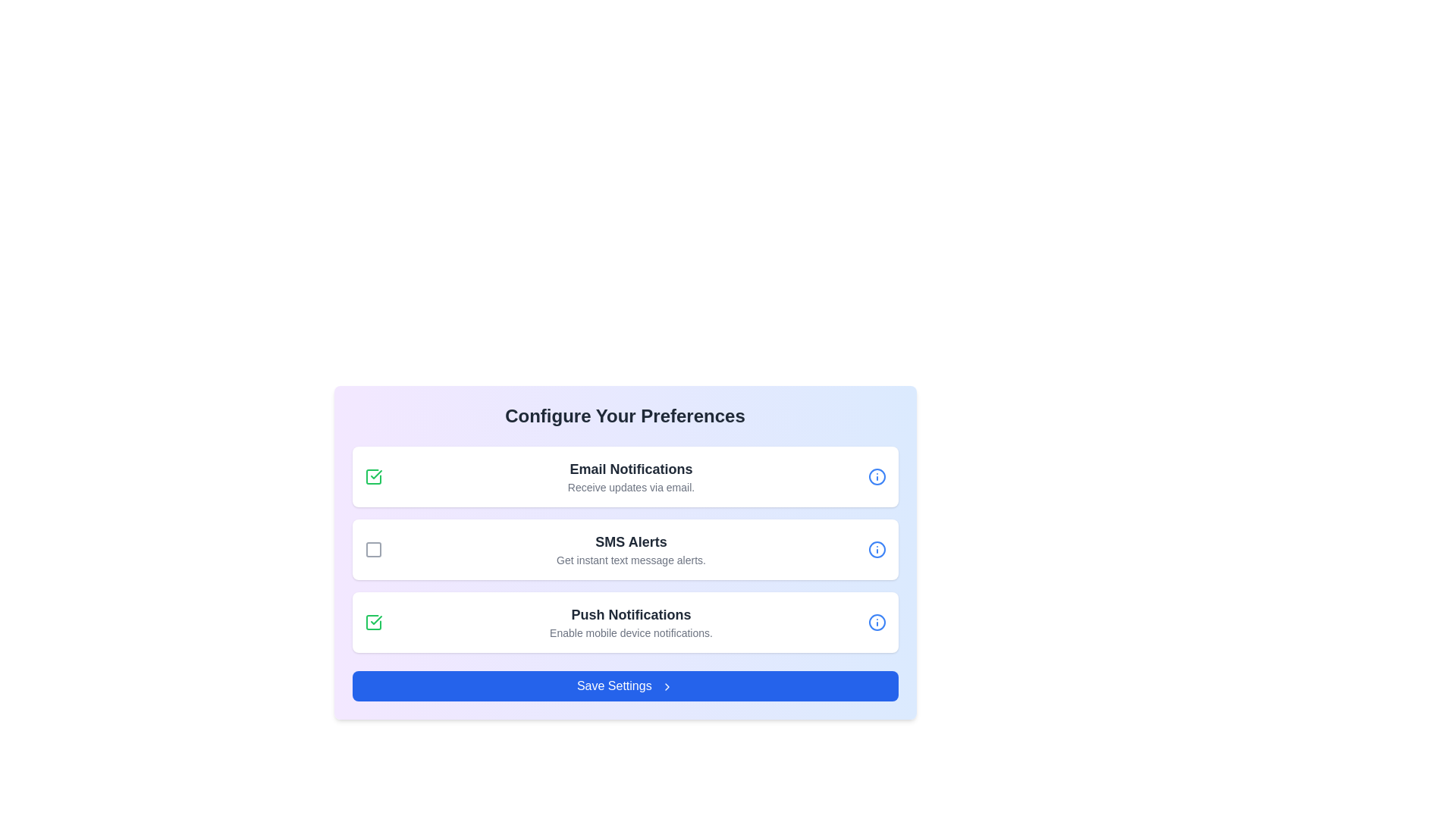  What do you see at coordinates (373, 475) in the screenshot?
I see `the green checkbox icon located to the left of 'Email Notifications Receive updates via email'` at bounding box center [373, 475].